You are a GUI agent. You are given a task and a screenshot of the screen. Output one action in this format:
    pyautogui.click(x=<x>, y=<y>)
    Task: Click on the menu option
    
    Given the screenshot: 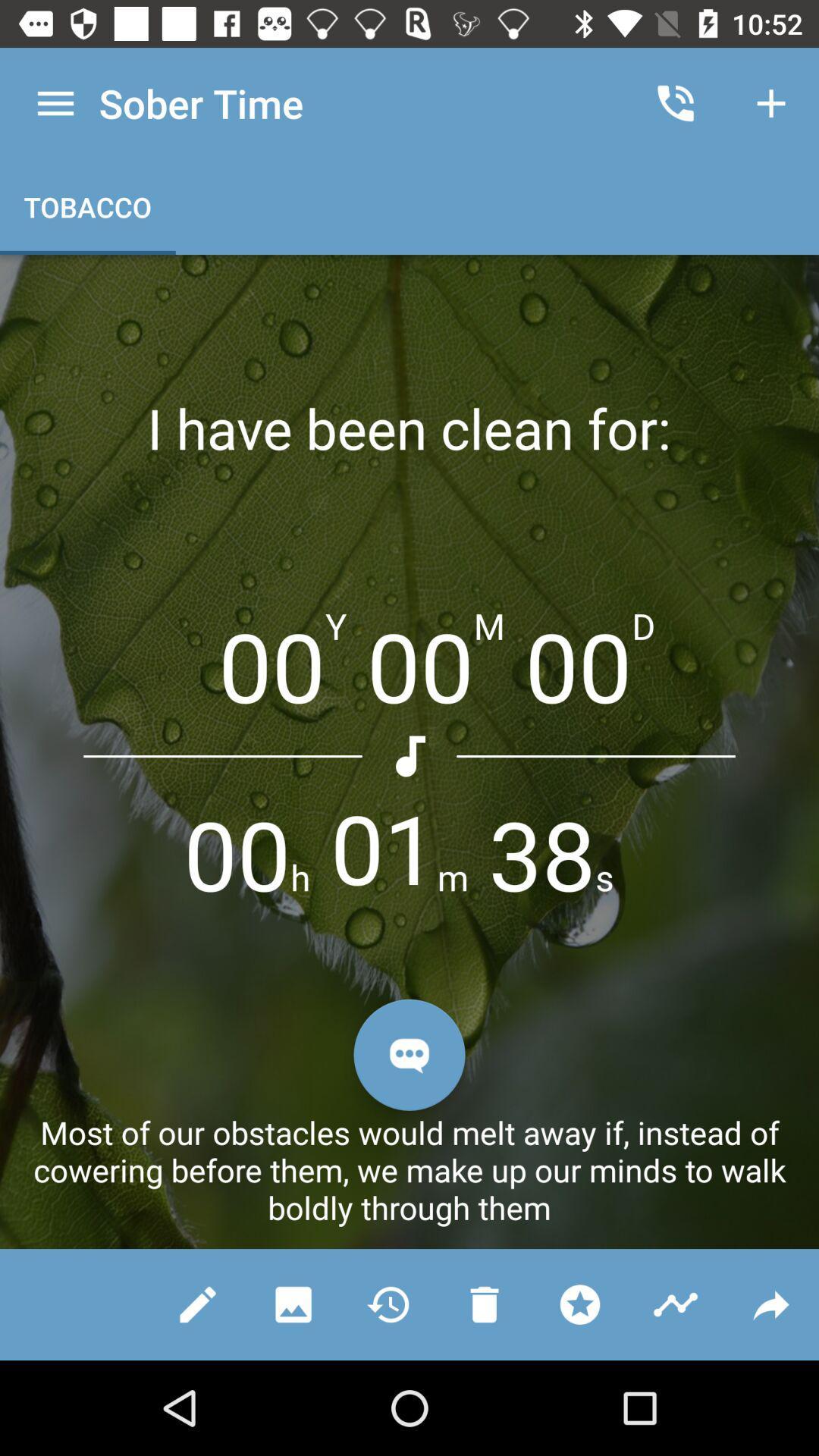 What is the action you would take?
    pyautogui.click(x=55, y=102)
    